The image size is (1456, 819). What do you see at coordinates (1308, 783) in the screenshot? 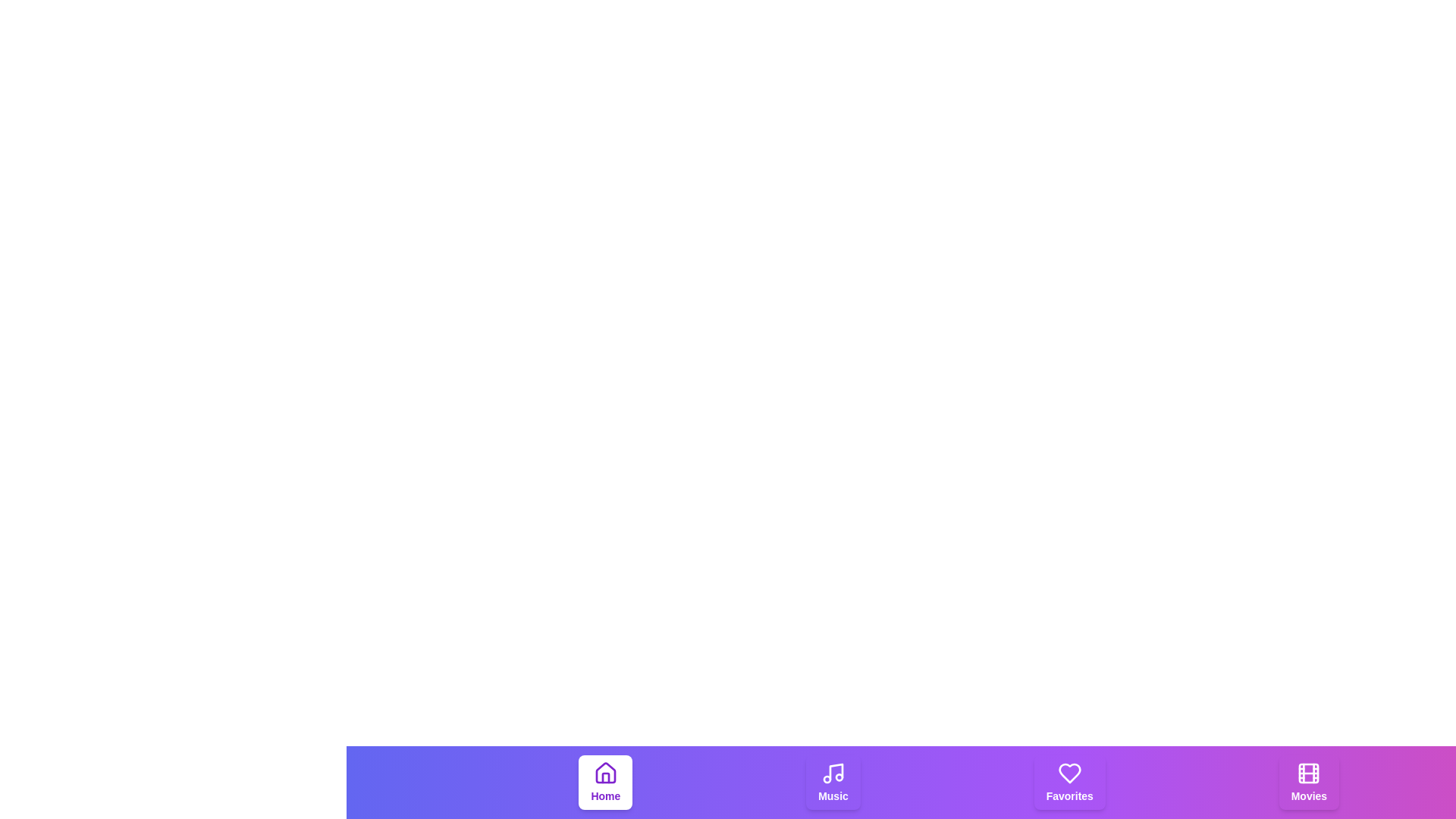
I see `the tab labeled Movies` at bounding box center [1308, 783].